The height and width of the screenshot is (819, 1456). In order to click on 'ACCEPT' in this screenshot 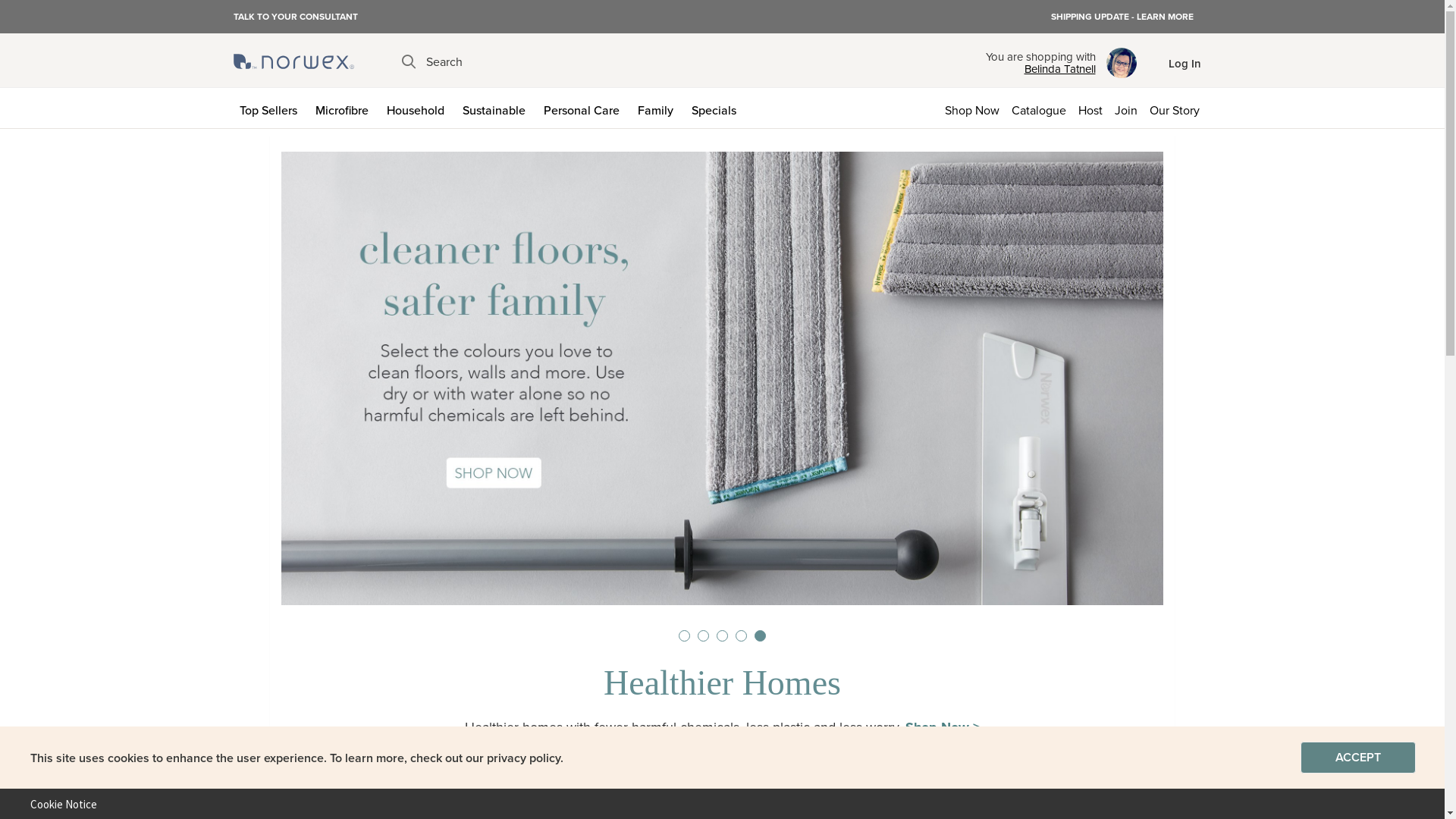, I will do `click(1299, 758)`.